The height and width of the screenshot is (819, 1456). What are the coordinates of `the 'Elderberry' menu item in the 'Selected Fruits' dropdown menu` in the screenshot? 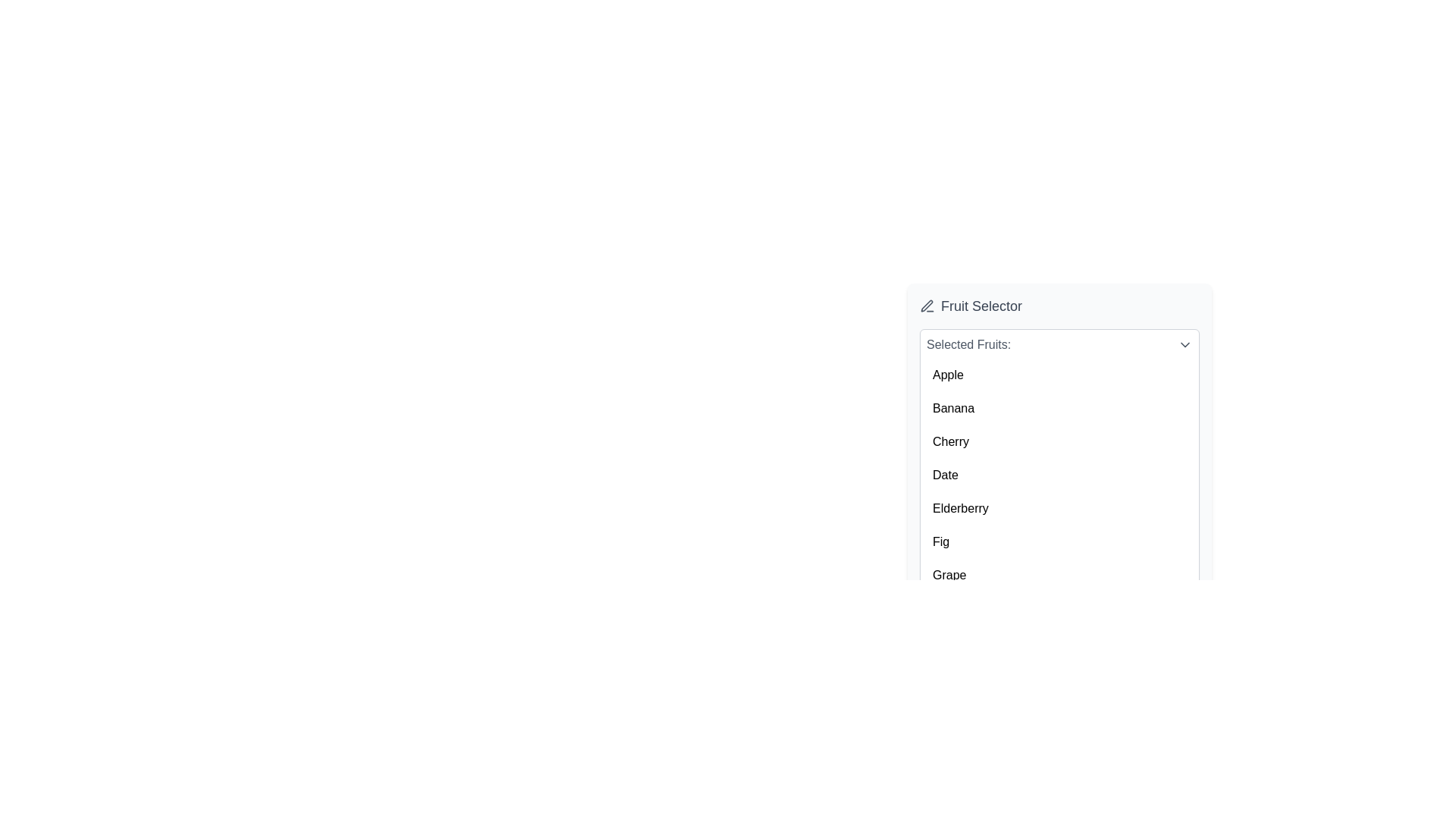 It's located at (1059, 509).